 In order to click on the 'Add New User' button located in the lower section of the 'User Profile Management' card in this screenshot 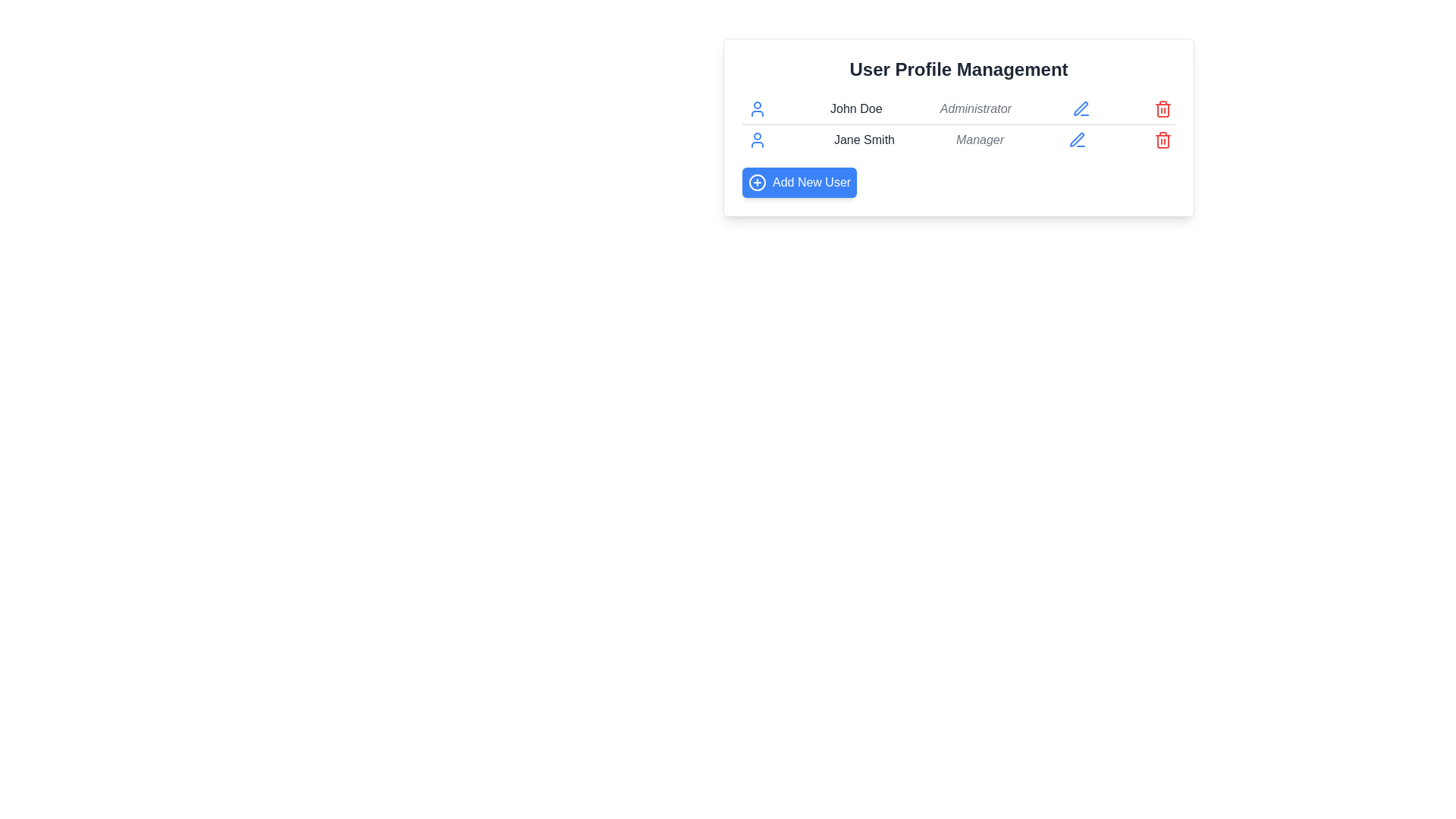, I will do `click(799, 181)`.